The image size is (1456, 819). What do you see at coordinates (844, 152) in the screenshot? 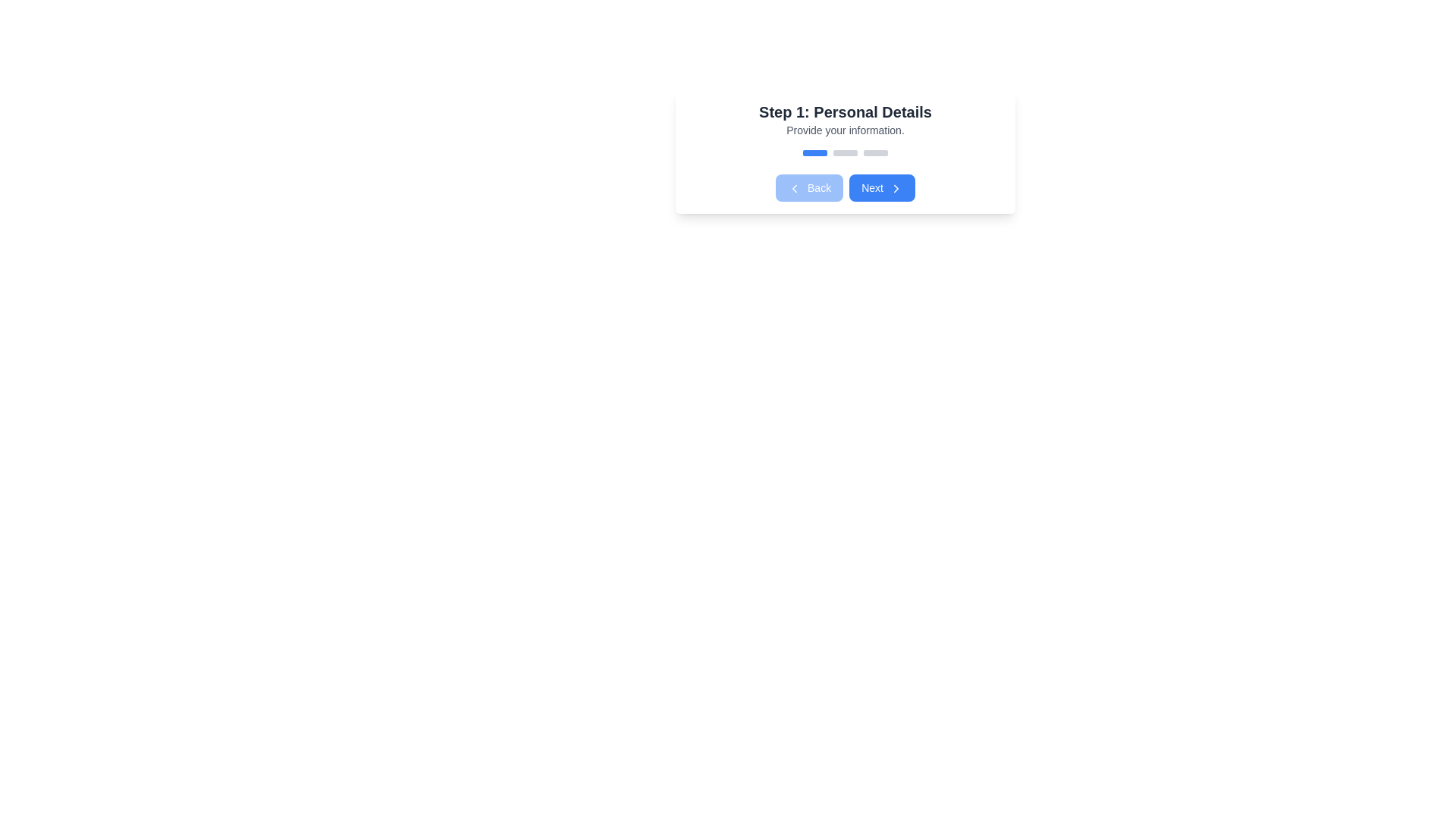
I see `the Progress Indicator element, which consists of three horizontal rectangles with the first being blue and the others gray, located below the text 'Provide your information.'` at bounding box center [844, 152].